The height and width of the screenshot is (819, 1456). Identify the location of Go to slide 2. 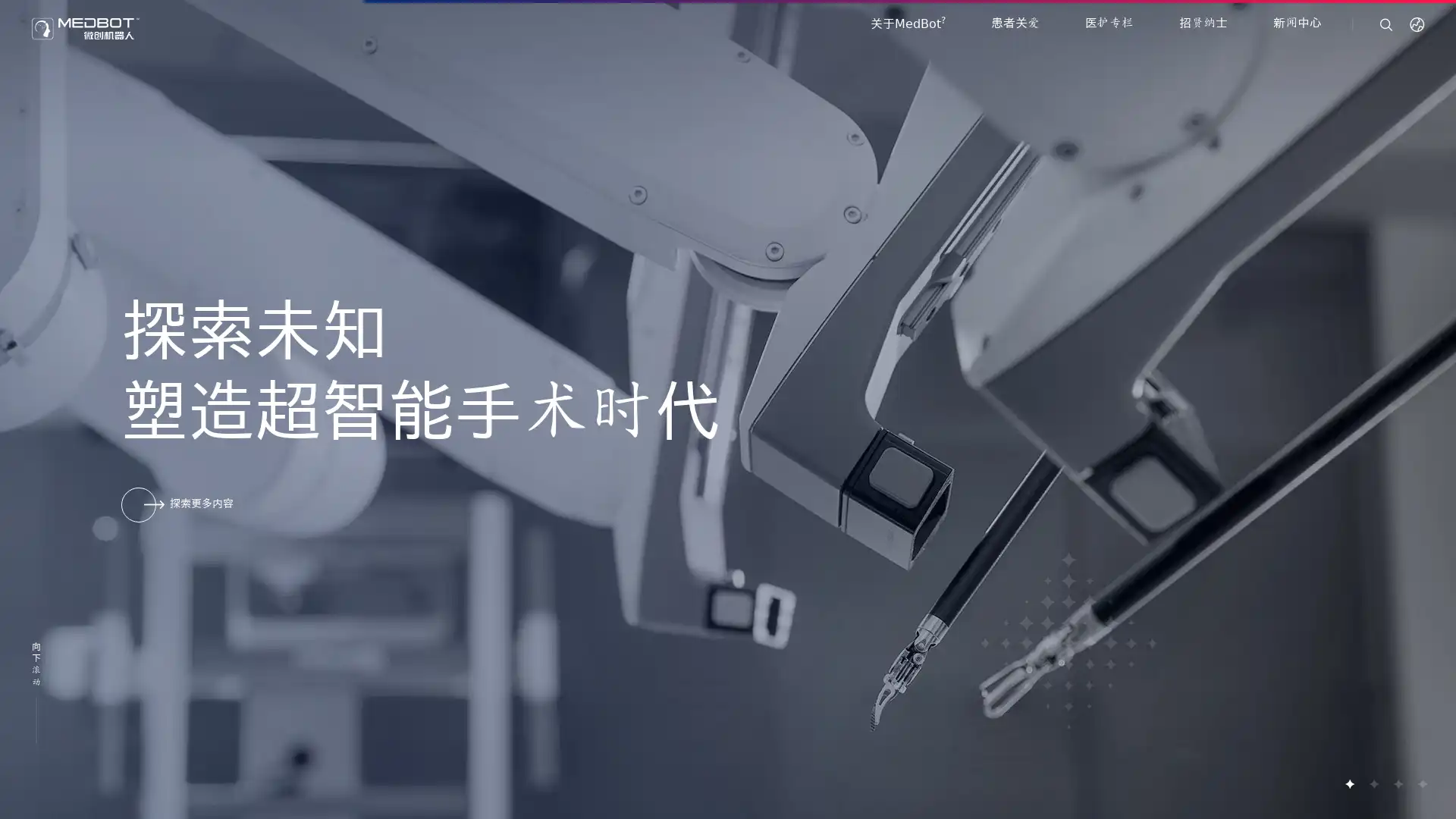
(1373, 783).